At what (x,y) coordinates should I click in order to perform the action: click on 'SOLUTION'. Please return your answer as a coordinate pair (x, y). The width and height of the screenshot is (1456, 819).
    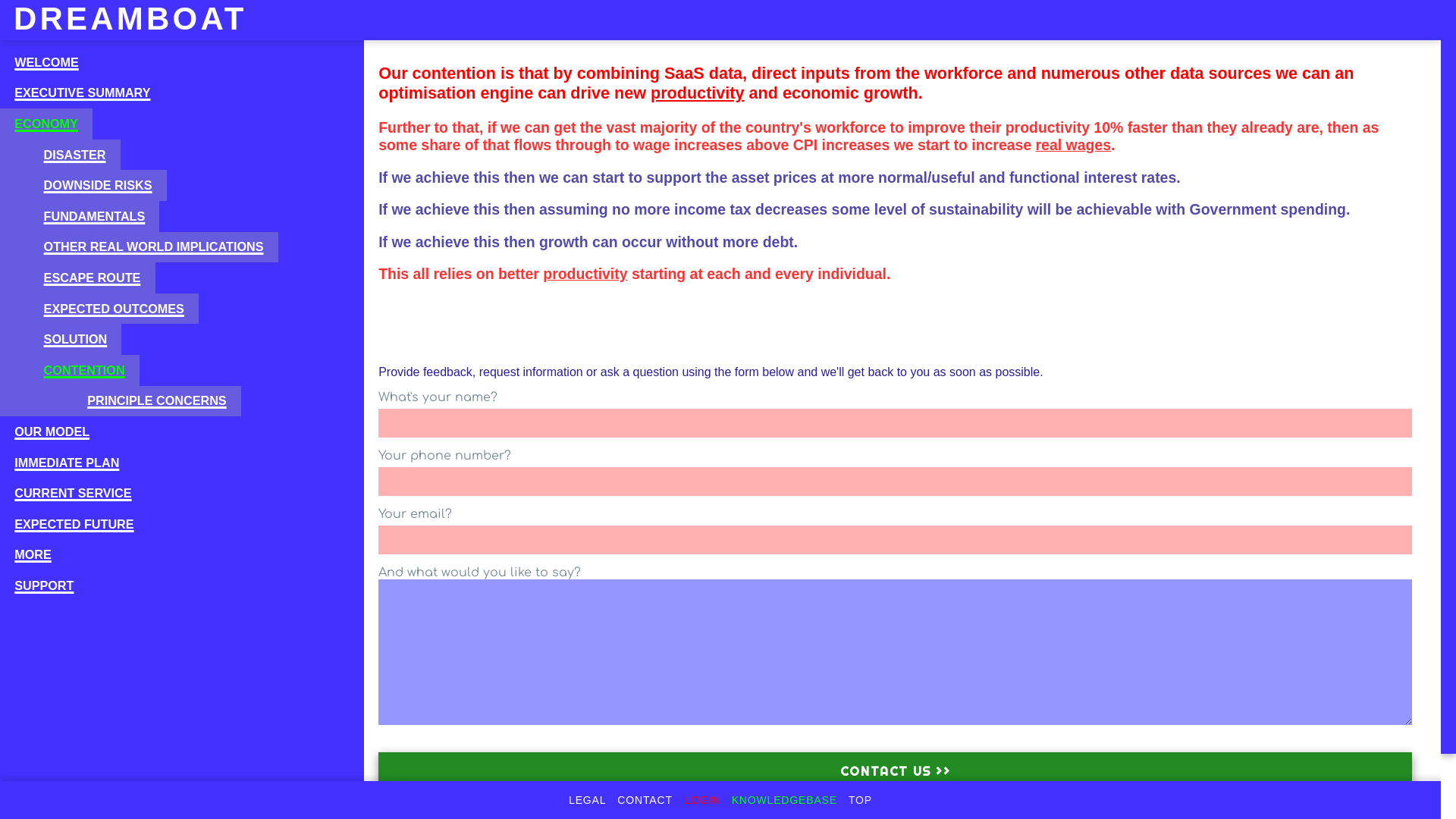
    Looking at the image, I should click on (61, 338).